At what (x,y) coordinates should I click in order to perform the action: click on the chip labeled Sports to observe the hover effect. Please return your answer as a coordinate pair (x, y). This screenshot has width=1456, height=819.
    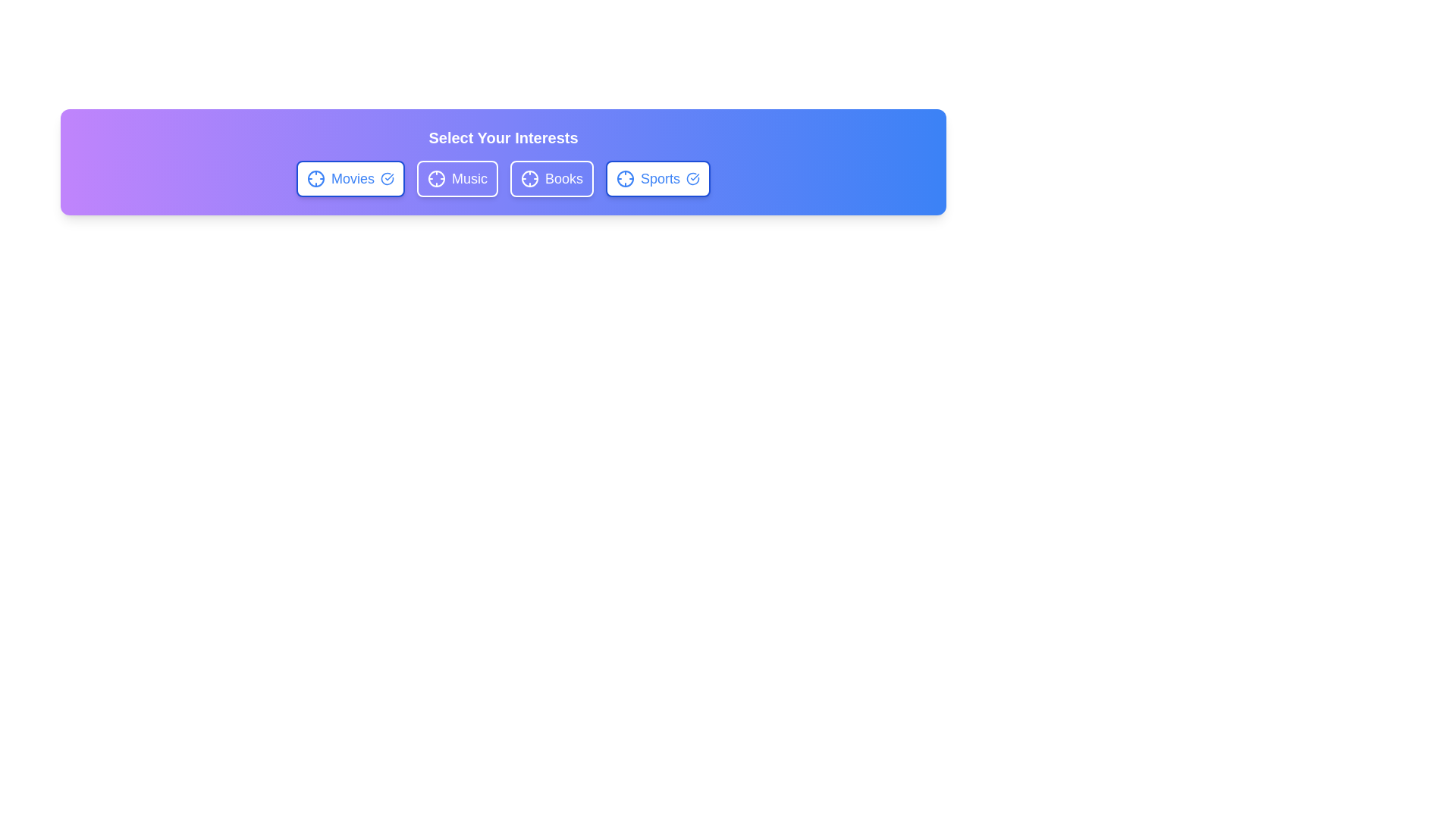
    Looking at the image, I should click on (658, 177).